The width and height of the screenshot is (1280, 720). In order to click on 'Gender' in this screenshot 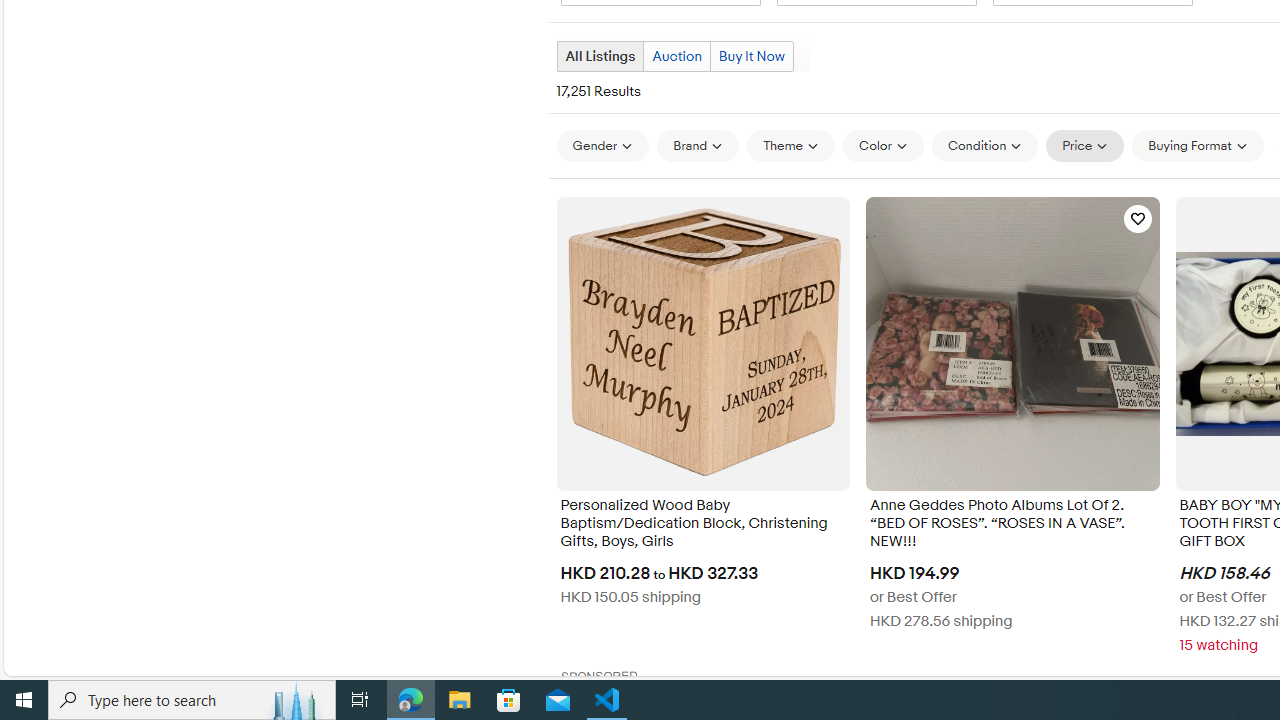, I will do `click(601, 144)`.